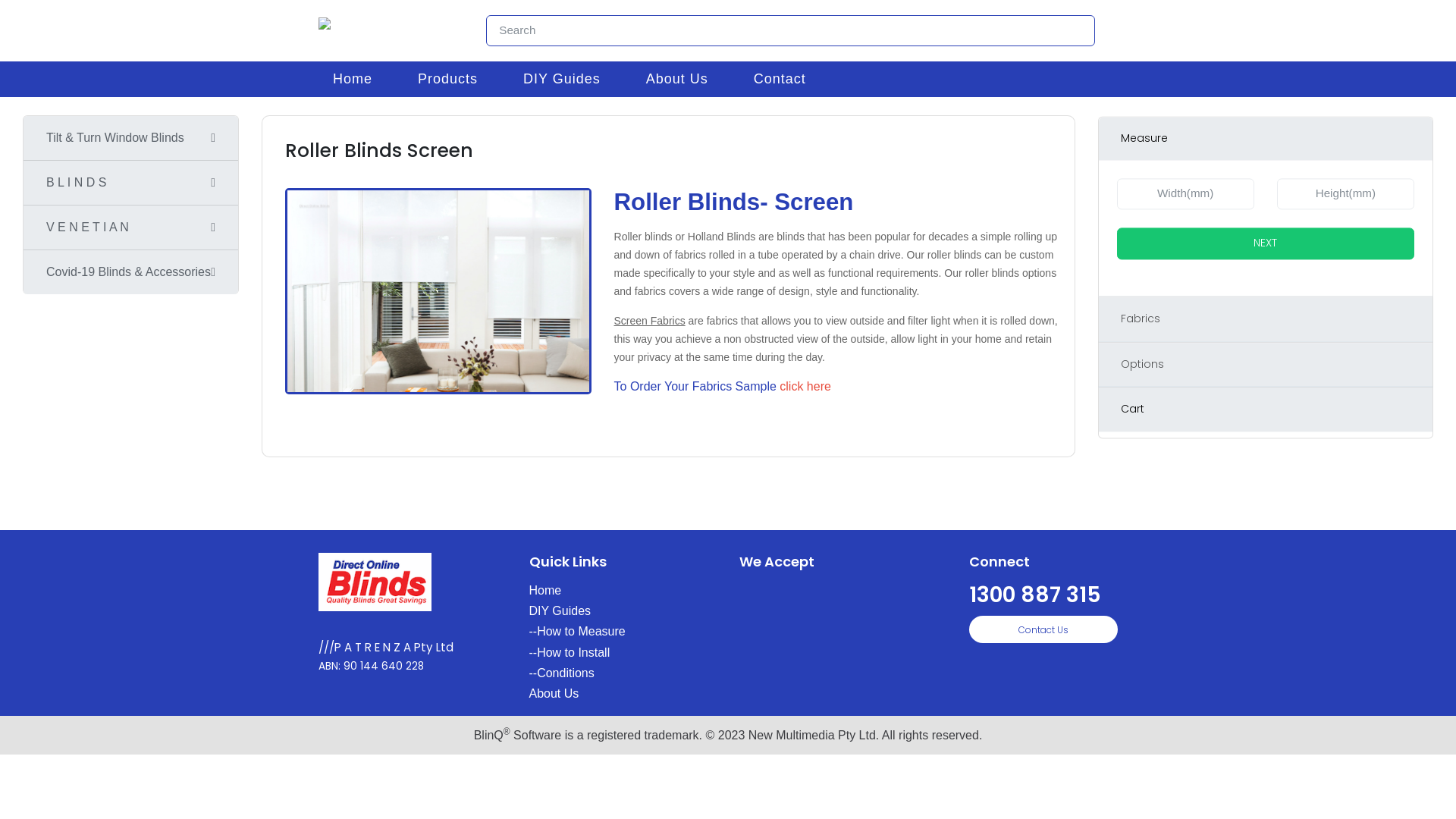  What do you see at coordinates (1265, 138) in the screenshot?
I see `'Measure'` at bounding box center [1265, 138].